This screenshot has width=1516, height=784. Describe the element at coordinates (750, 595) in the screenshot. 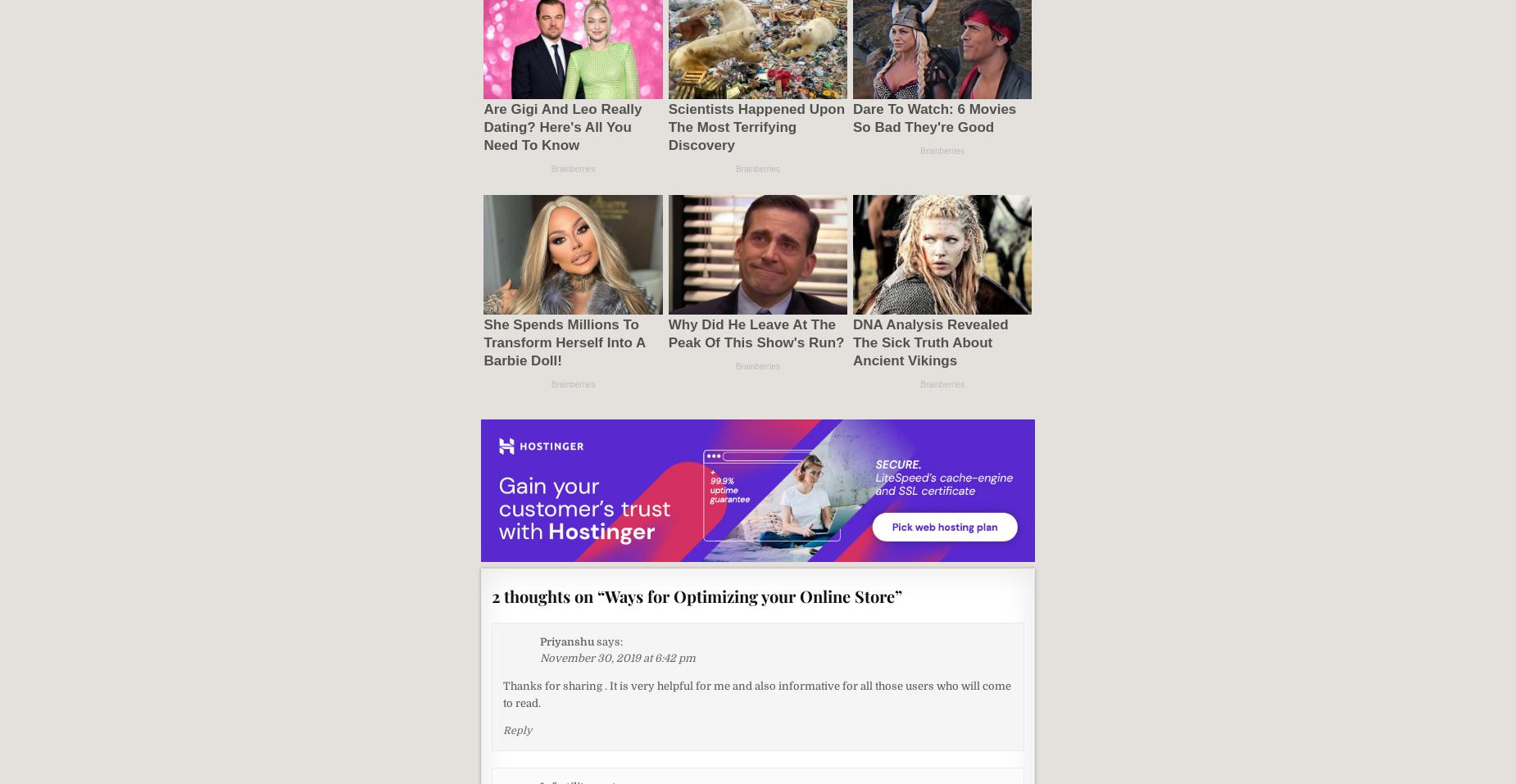

I see `'Ways for Optimizing your Online Store'` at that location.